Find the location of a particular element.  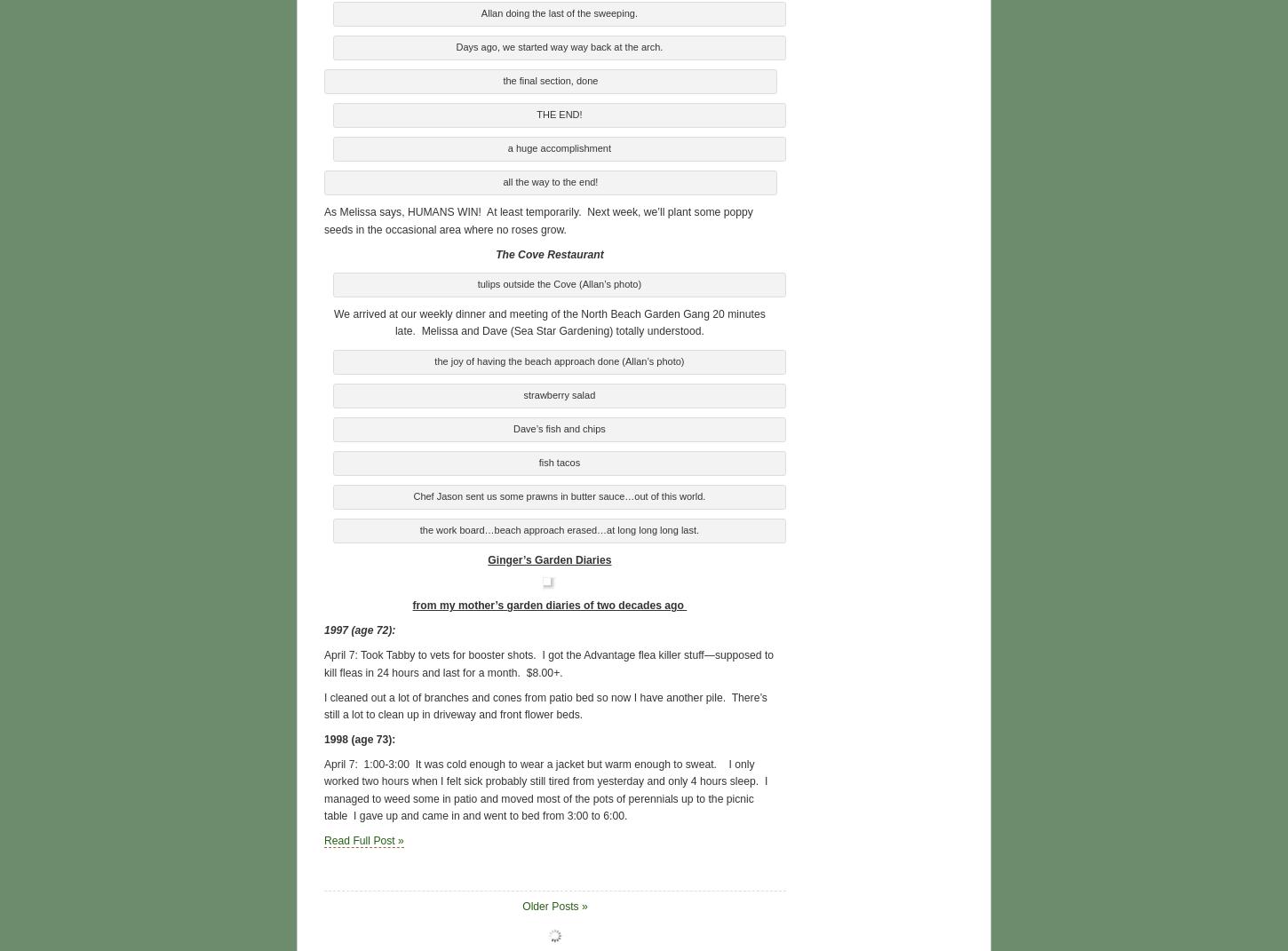

'THE END!' is located at coordinates (558, 113).